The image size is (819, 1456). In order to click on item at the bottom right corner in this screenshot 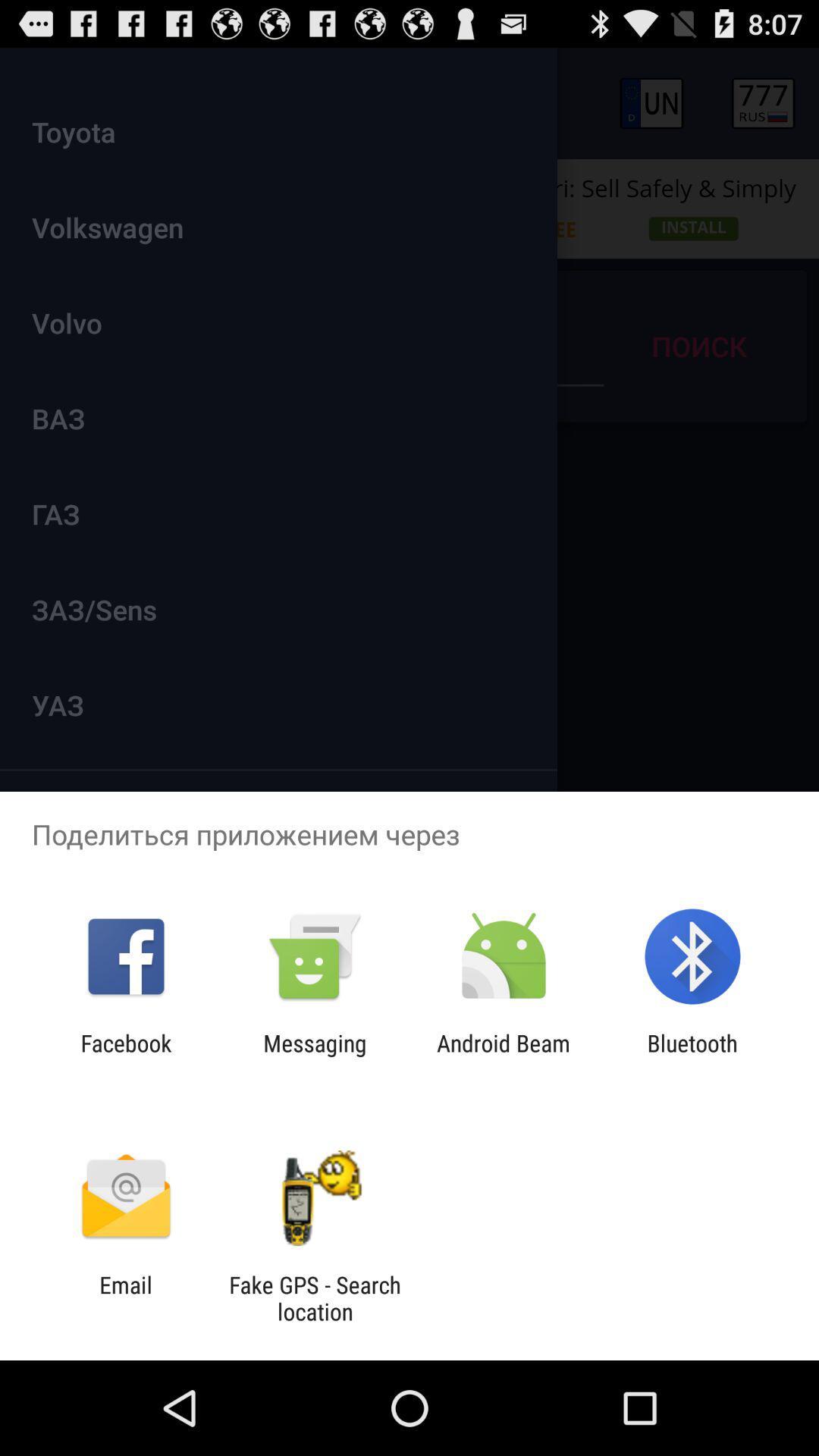, I will do `click(692, 1056)`.